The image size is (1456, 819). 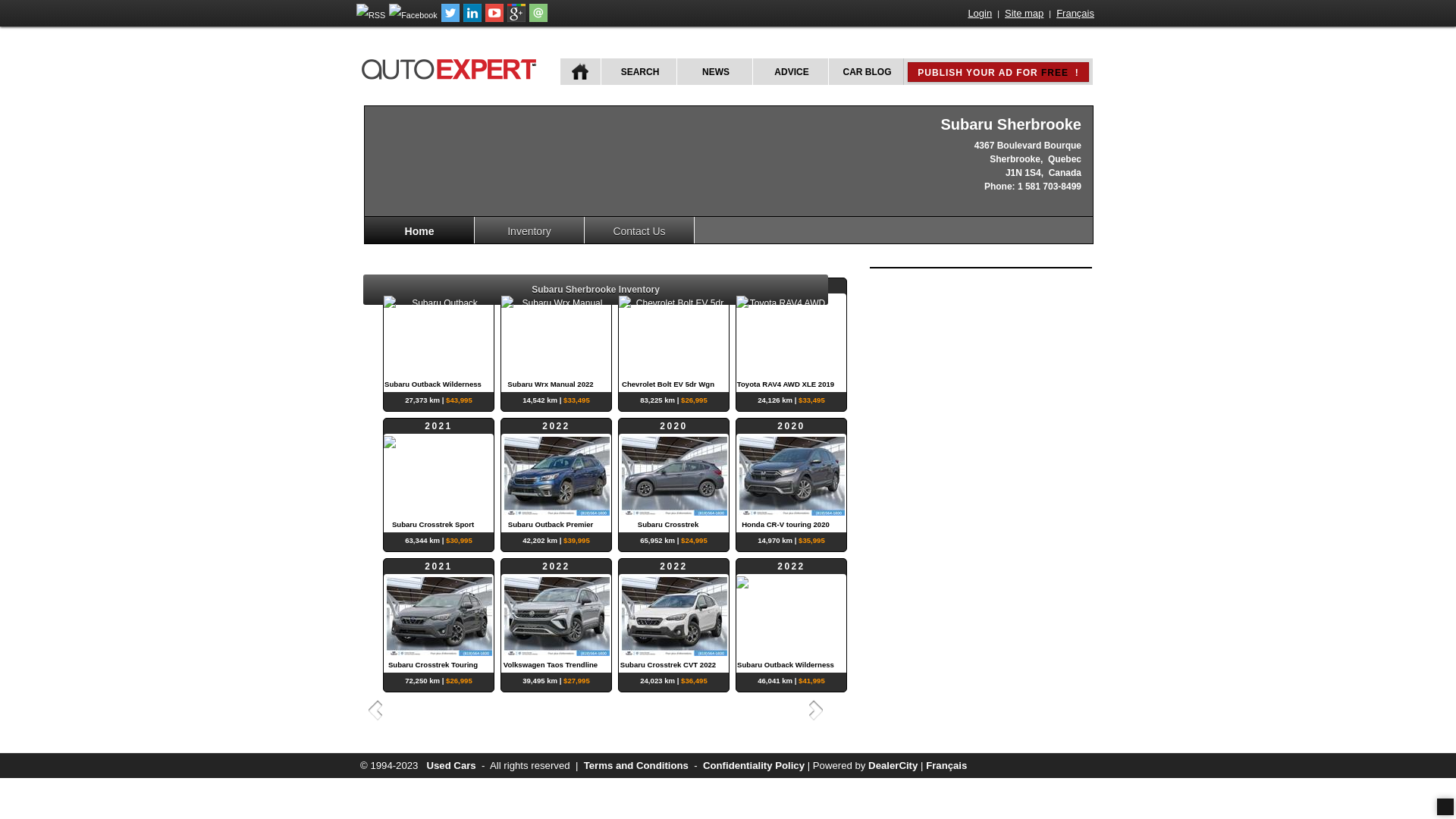 What do you see at coordinates (389, 14) in the screenshot?
I see `'Follow autoExpert.ca on Facebook'` at bounding box center [389, 14].